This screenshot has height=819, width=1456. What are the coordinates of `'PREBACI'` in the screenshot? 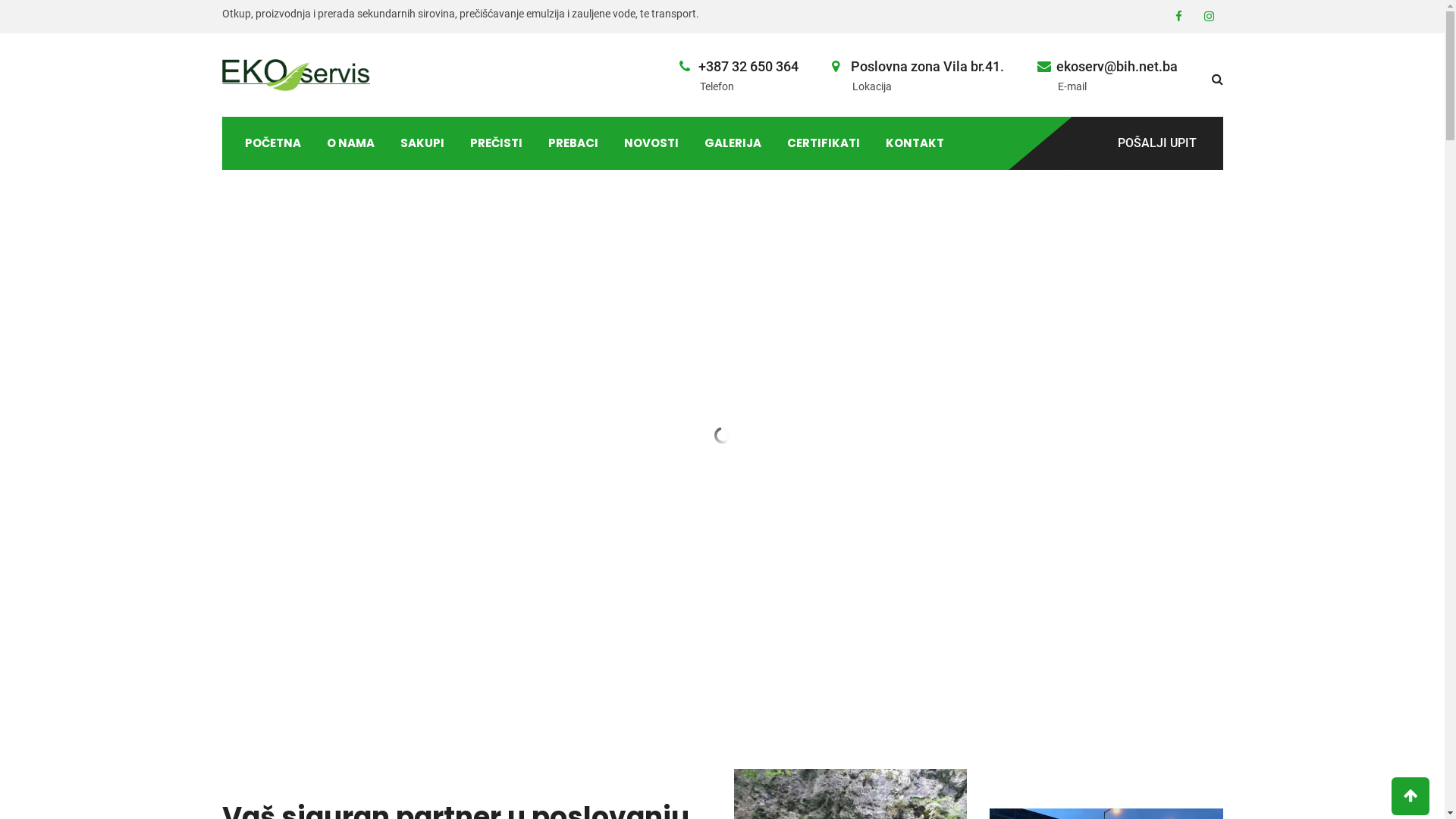 It's located at (573, 143).